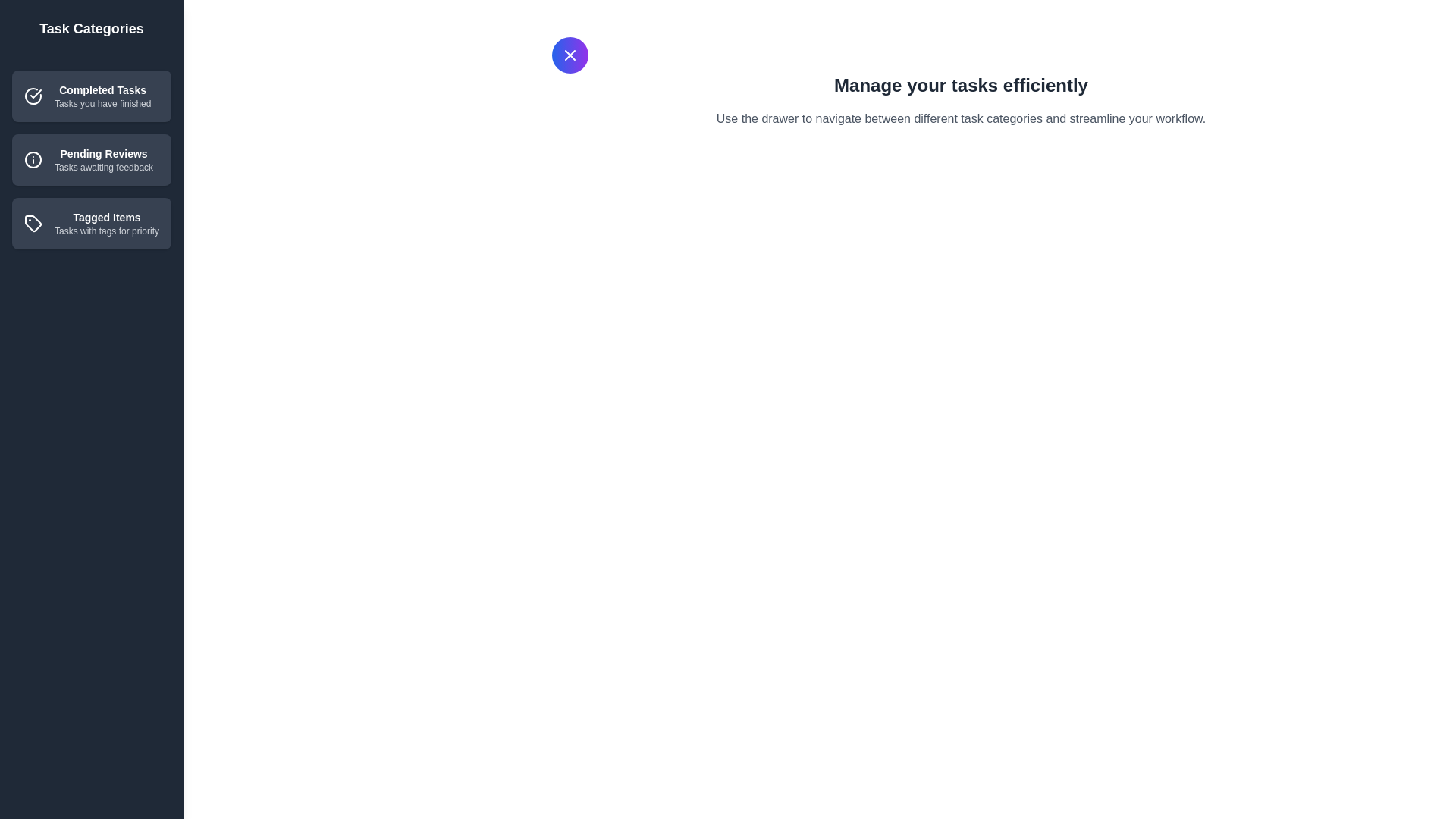 The image size is (1456, 819). Describe the element at coordinates (90, 96) in the screenshot. I see `the category item labeled 'Completed Tasks' in the drawer` at that location.